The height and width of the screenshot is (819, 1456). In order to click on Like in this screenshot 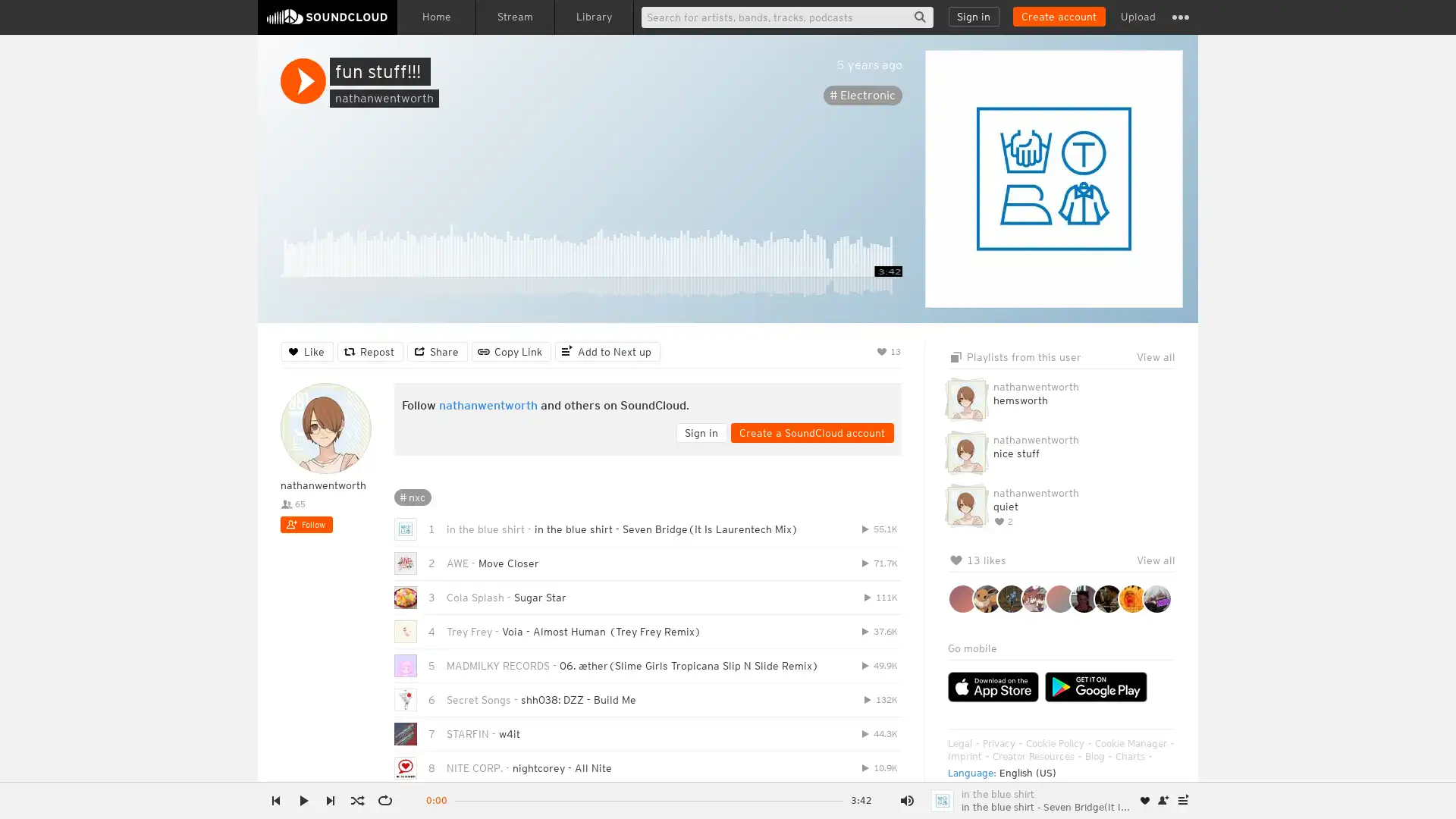, I will do `click(1145, 800)`.